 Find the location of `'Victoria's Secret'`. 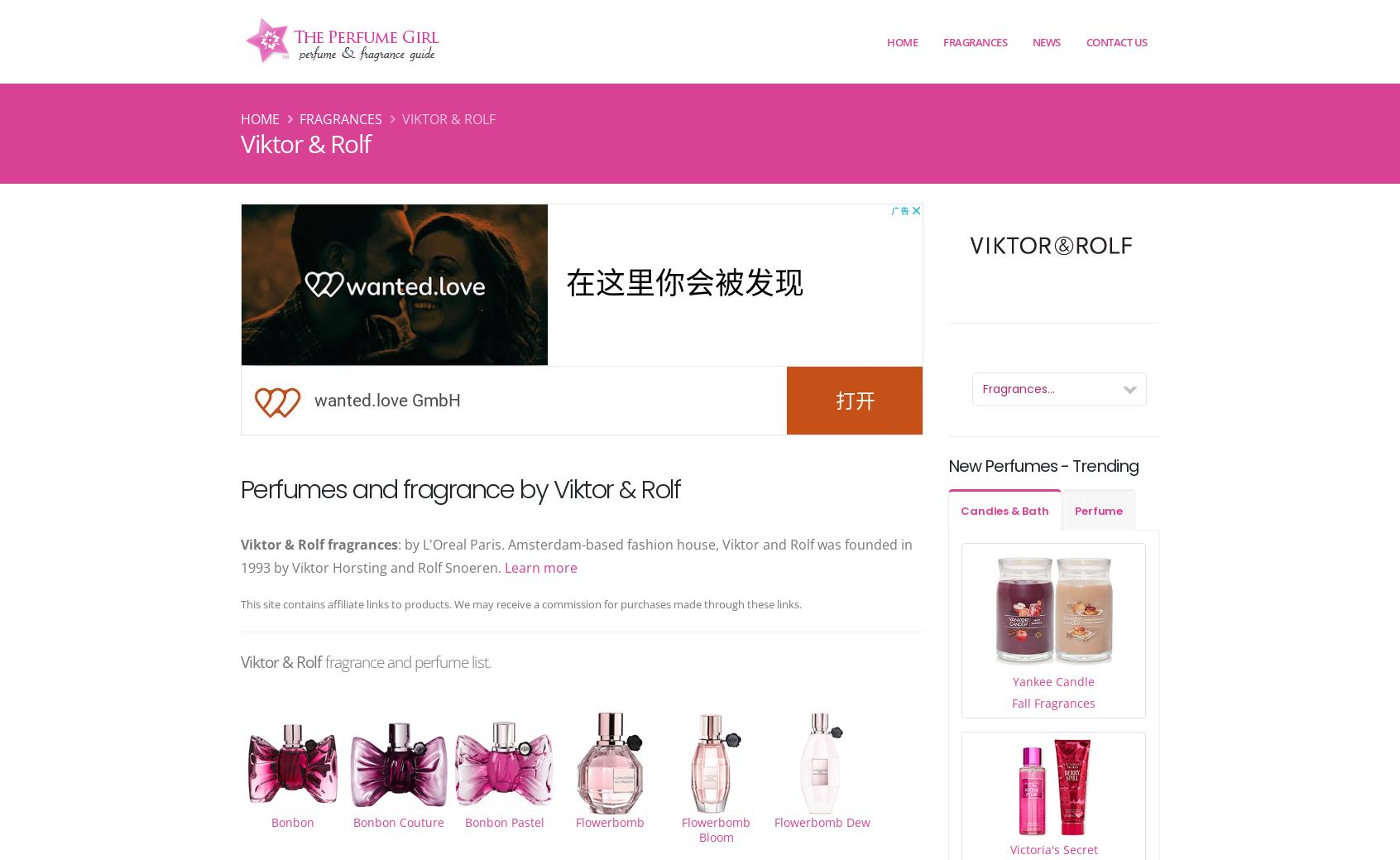

'Victoria's Secret' is located at coordinates (1052, 848).